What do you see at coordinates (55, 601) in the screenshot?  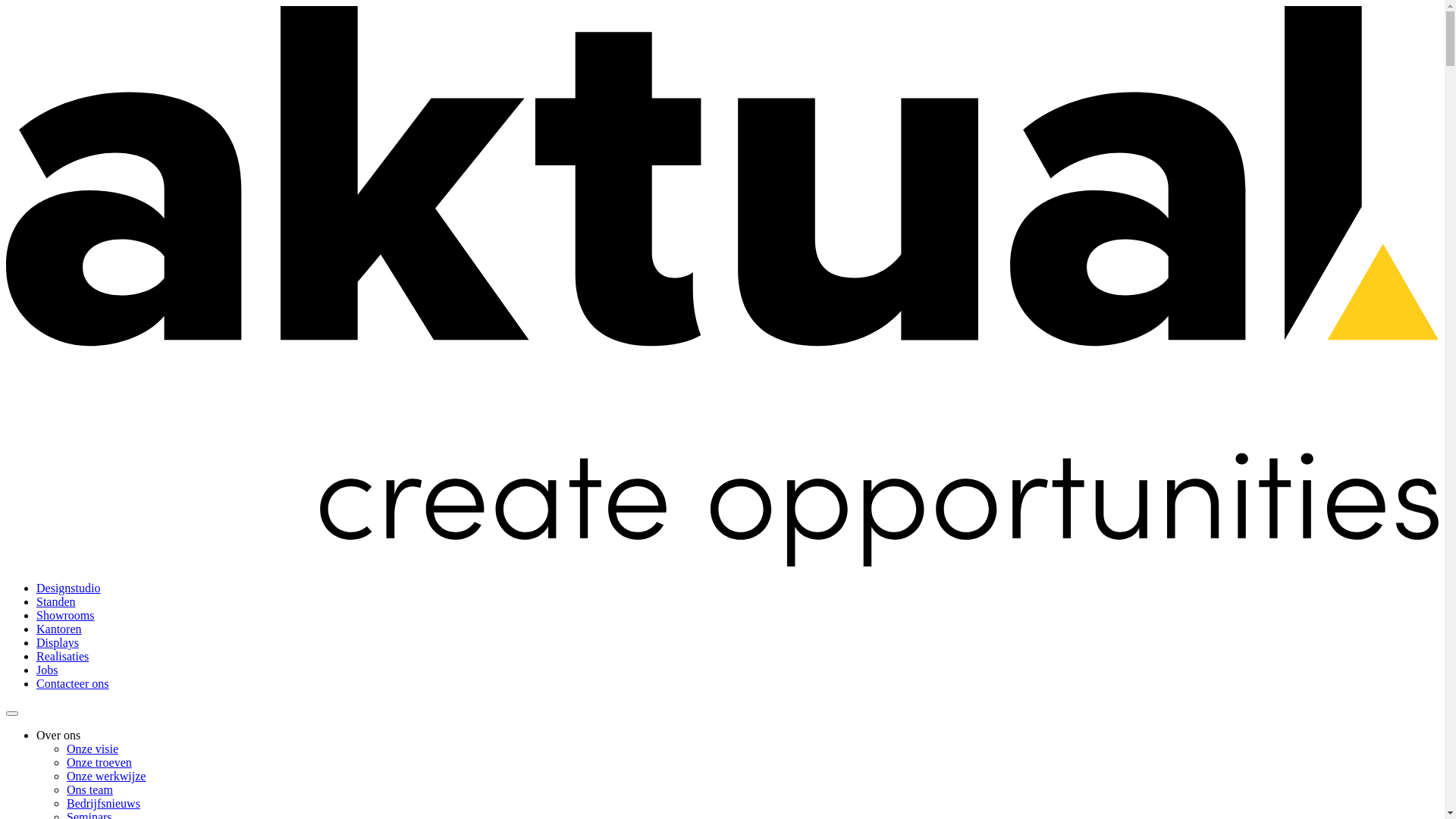 I see `'Standen'` at bounding box center [55, 601].